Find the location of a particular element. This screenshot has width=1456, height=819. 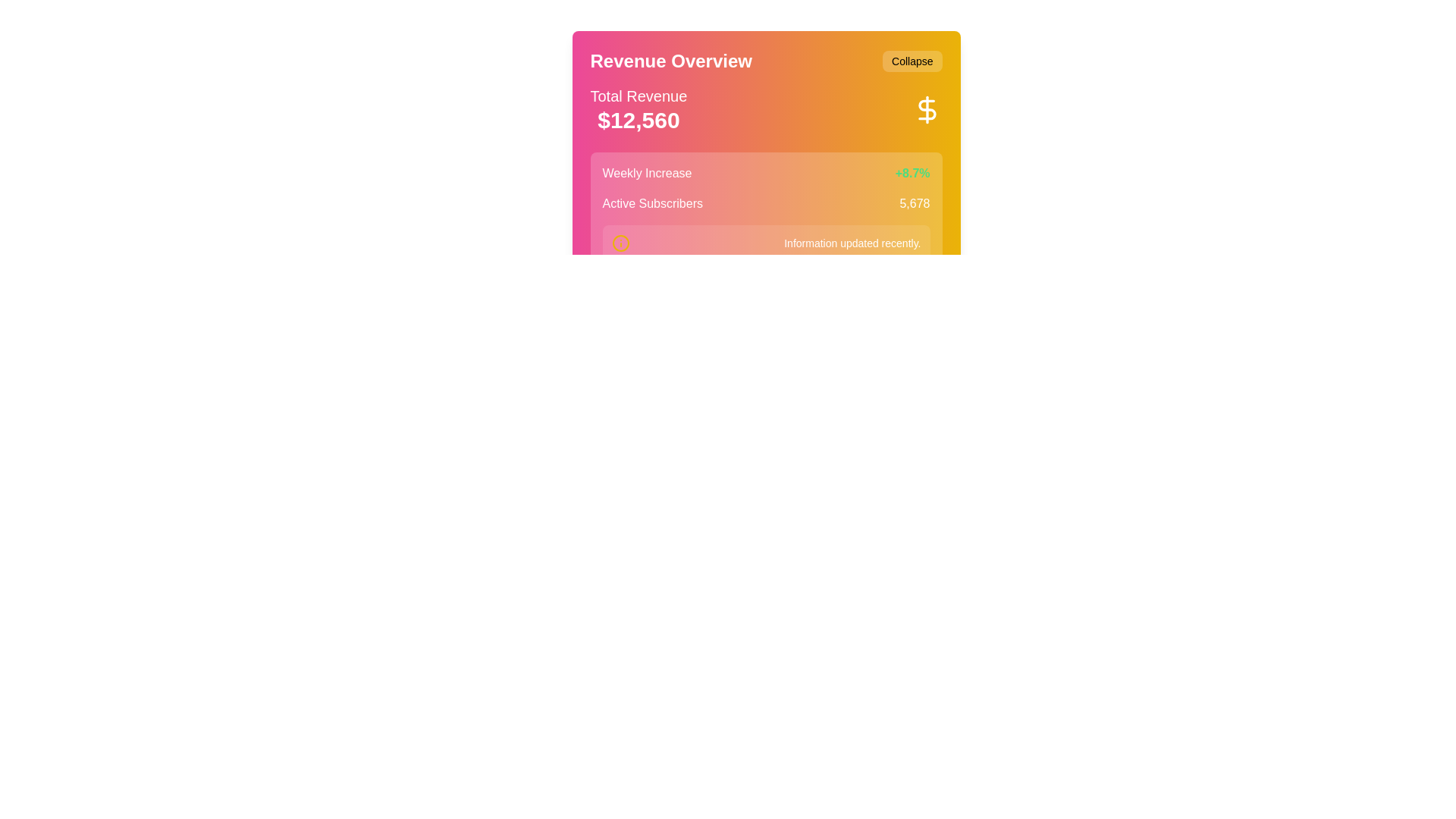

the circular information icon with a yellow stroke outline located at the leftmost side of the rectangular box containing the text 'Information updated recently.' is located at coordinates (620, 242).